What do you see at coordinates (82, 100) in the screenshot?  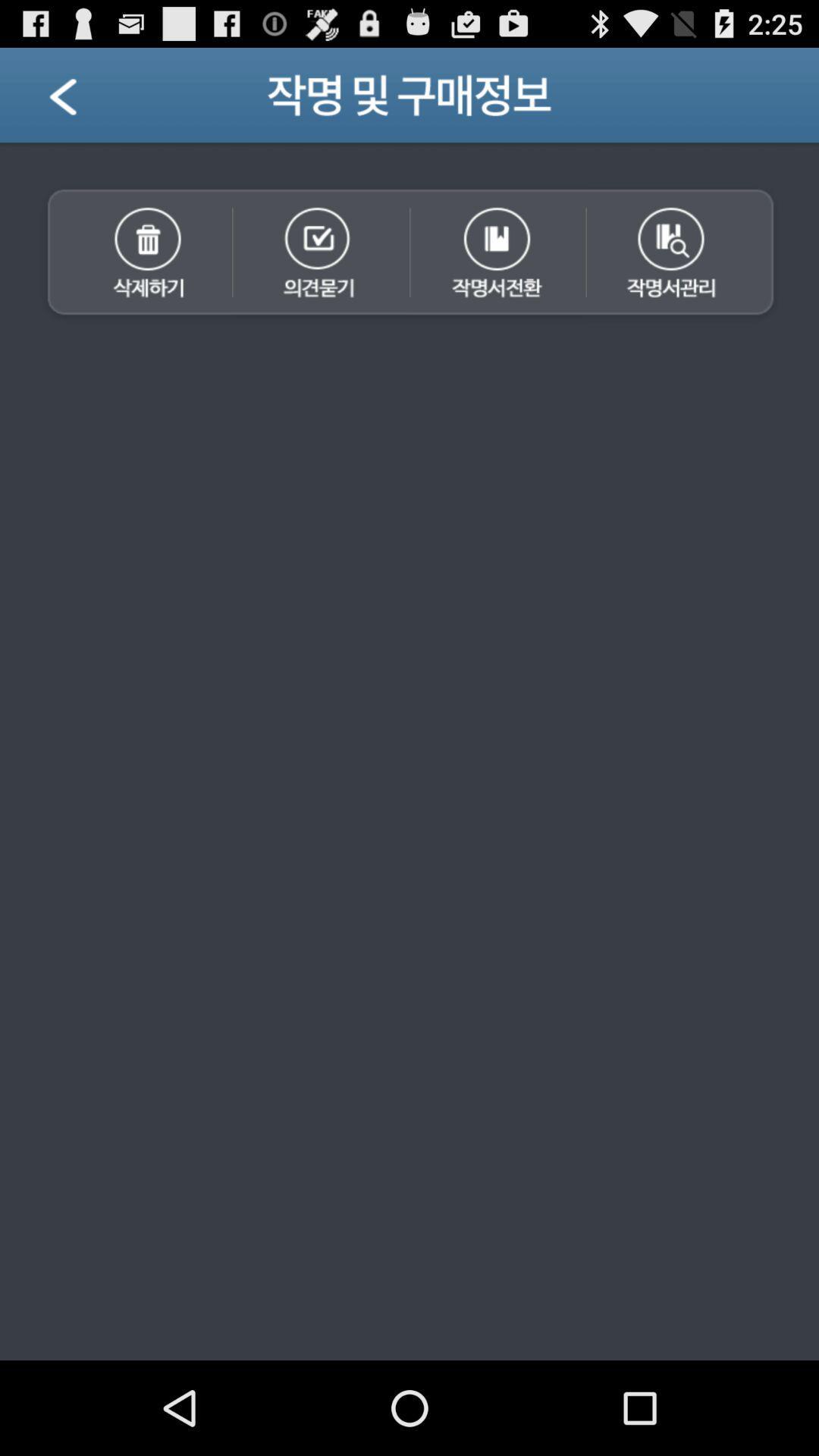 I see `come back` at bounding box center [82, 100].